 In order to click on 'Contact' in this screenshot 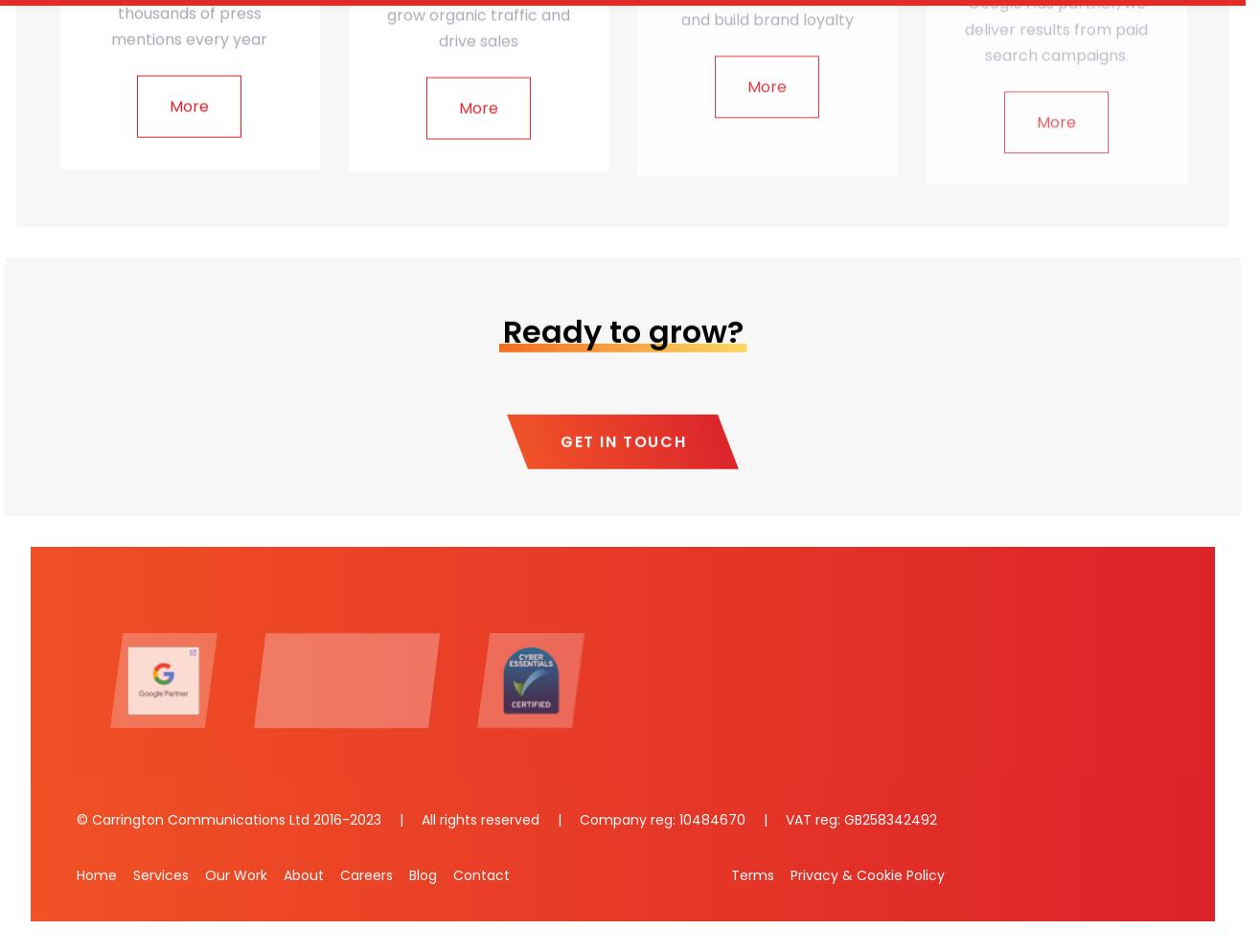, I will do `click(453, 873)`.